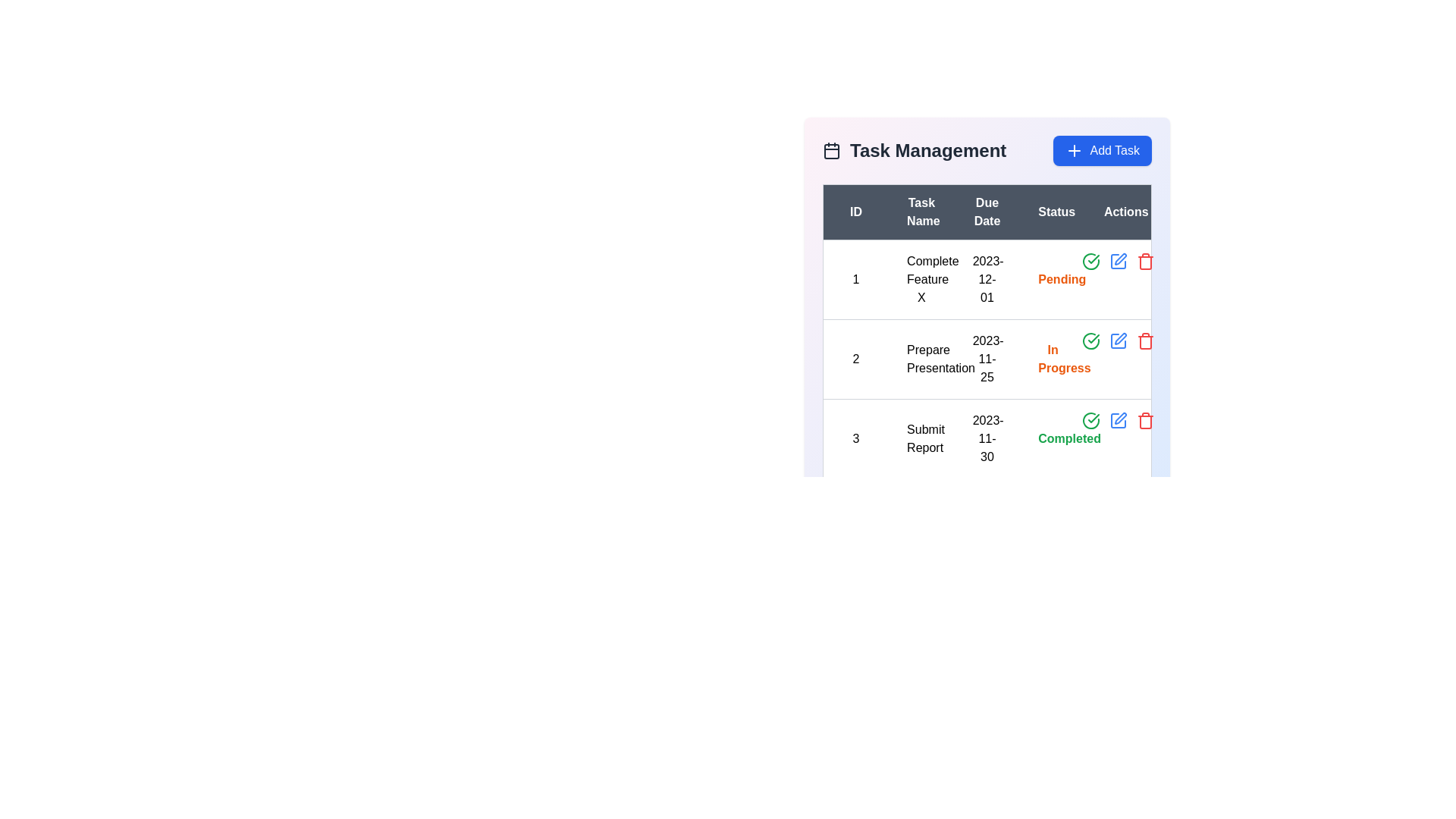 This screenshot has width=1456, height=819. What do you see at coordinates (1118, 341) in the screenshot?
I see `the icon button in the 'Actions' column of the second row for the task 'Prepare Presentation' to initiate the edit action` at bounding box center [1118, 341].